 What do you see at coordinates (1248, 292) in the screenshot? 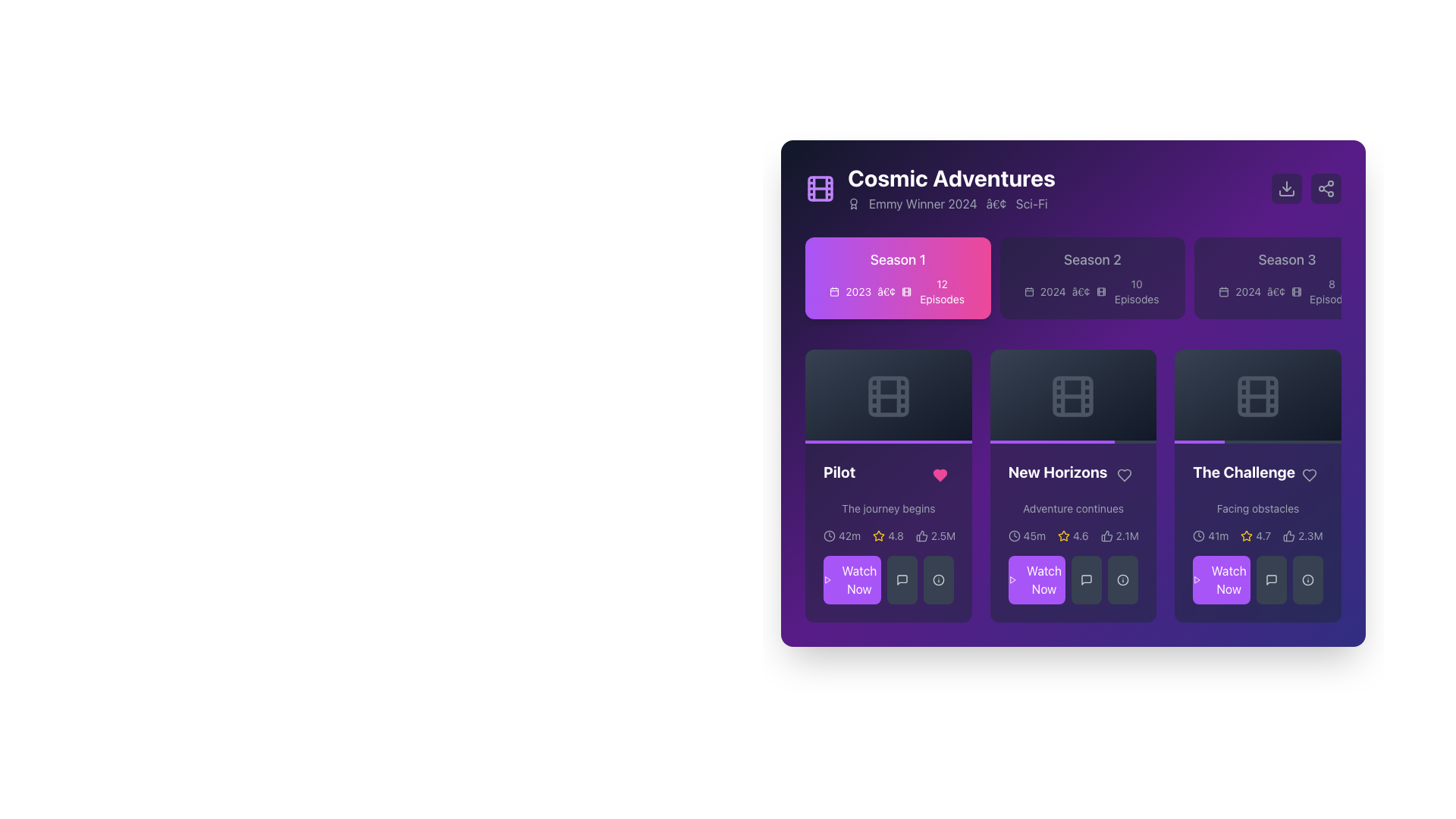
I see `the text label indicating the release year for Season 3, located to the right of the calendar icon, to identify relevant information` at bounding box center [1248, 292].